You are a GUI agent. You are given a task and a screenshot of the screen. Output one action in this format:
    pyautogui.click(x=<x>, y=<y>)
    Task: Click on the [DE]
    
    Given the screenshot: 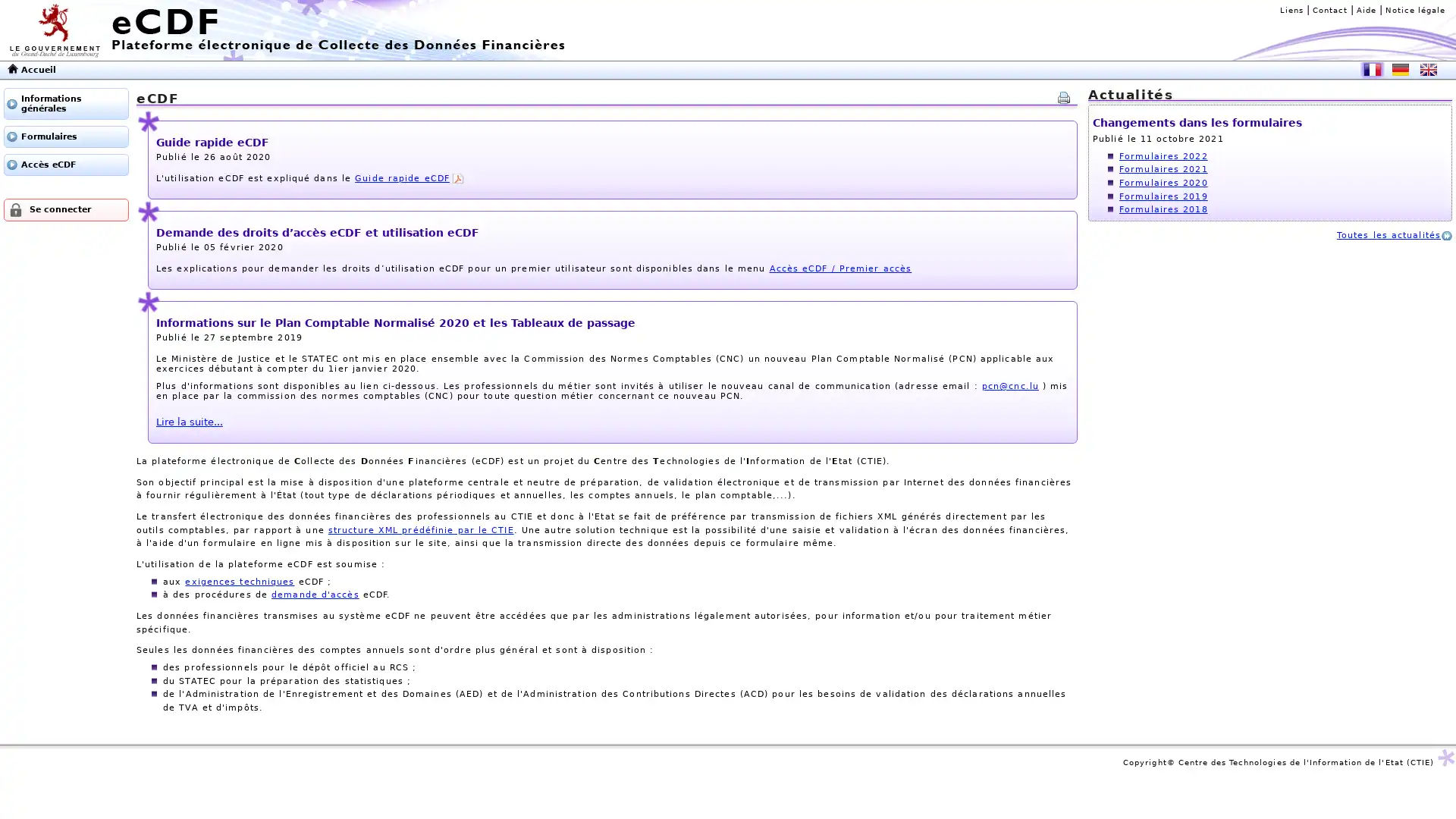 What is the action you would take?
    pyautogui.click(x=1400, y=70)
    